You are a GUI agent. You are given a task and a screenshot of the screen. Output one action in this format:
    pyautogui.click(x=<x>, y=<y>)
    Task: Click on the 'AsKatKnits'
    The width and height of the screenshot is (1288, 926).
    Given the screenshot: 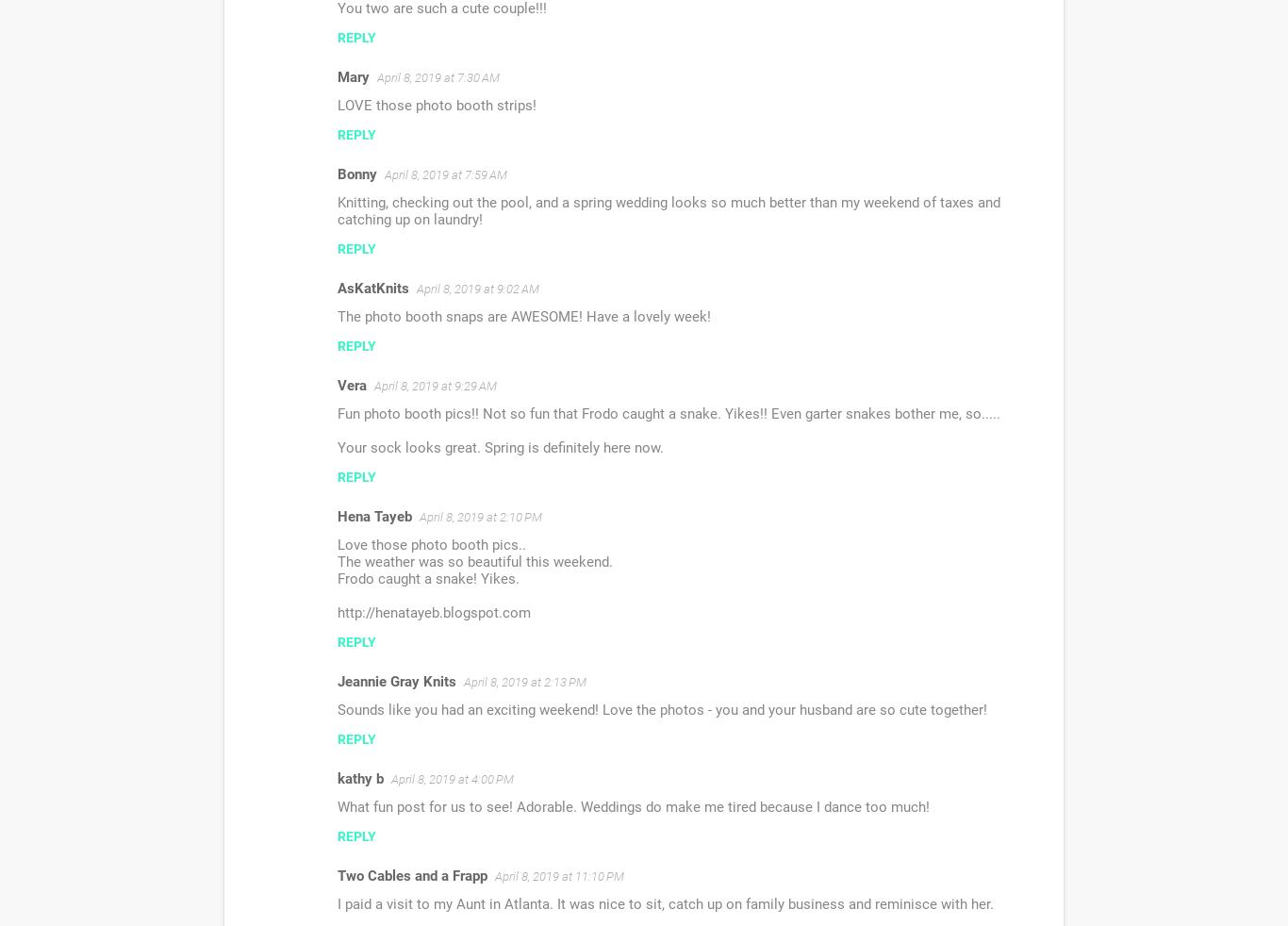 What is the action you would take?
    pyautogui.click(x=372, y=288)
    